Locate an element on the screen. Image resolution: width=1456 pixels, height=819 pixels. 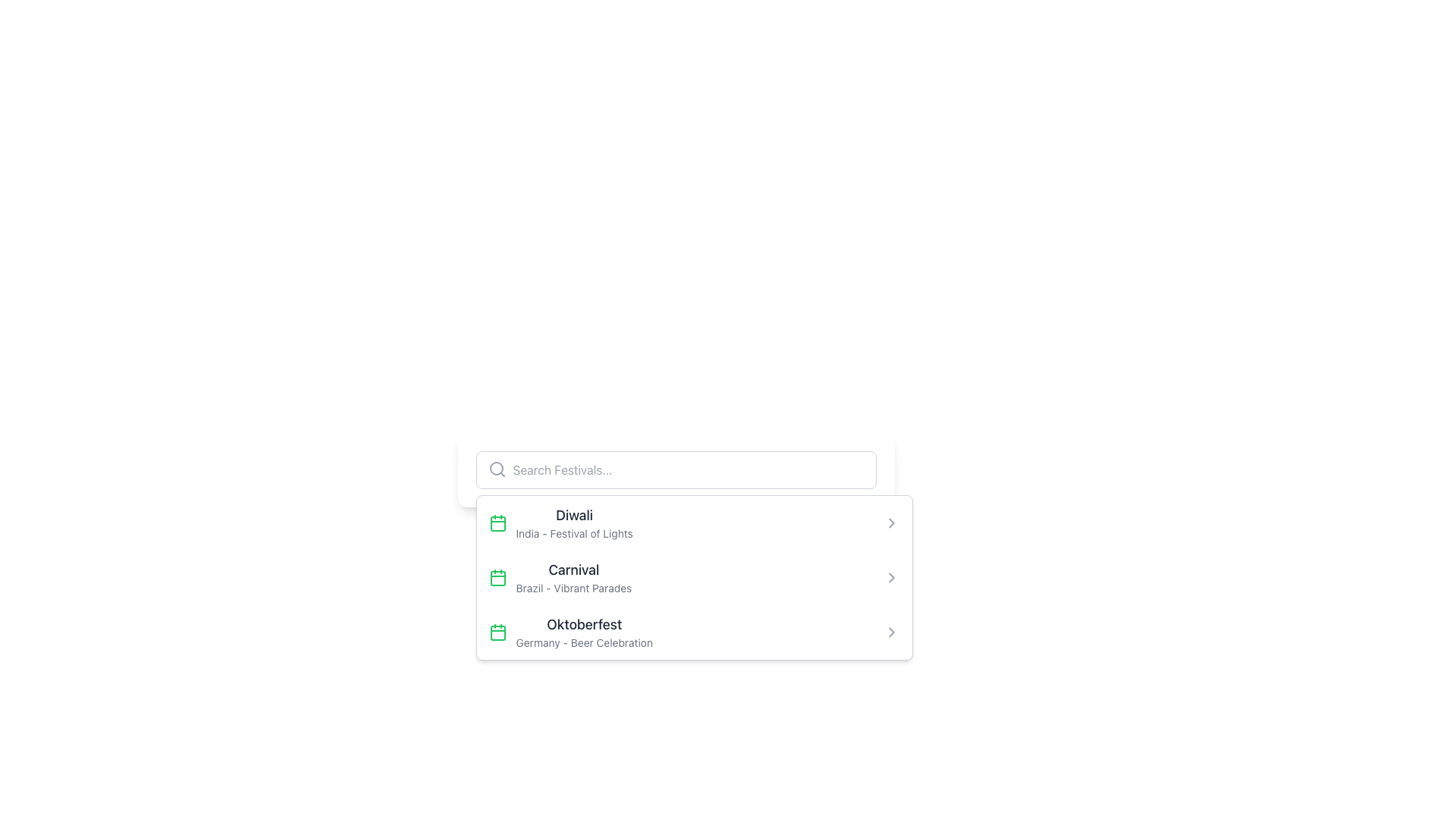
the rightward chevron icon located to the right of the 'Carnival' list item is located at coordinates (891, 578).